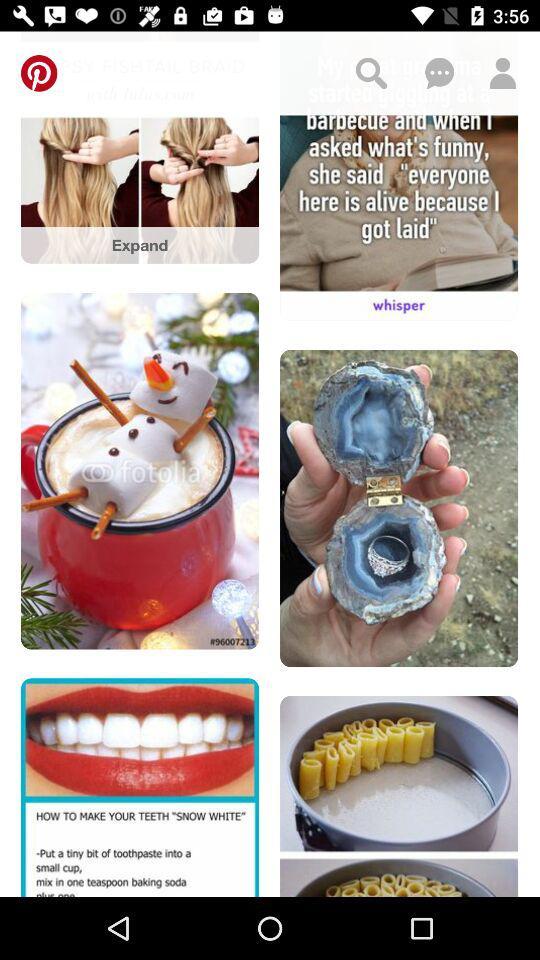  Describe the element at coordinates (370, 73) in the screenshot. I see `search feature` at that location.